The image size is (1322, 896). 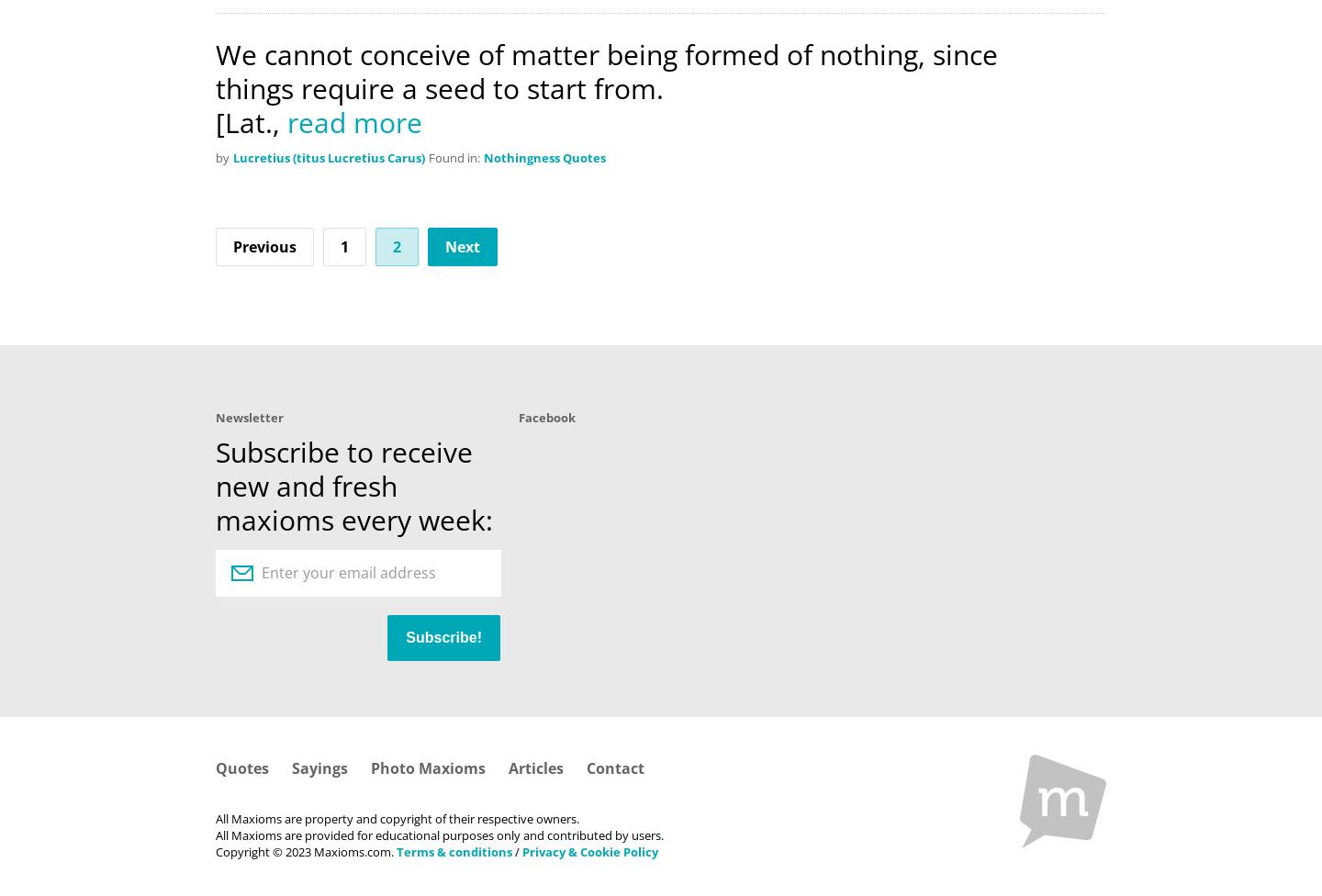 I want to click on 'Subscribe to receive new and fresh maxioms every week:', so click(x=353, y=486).